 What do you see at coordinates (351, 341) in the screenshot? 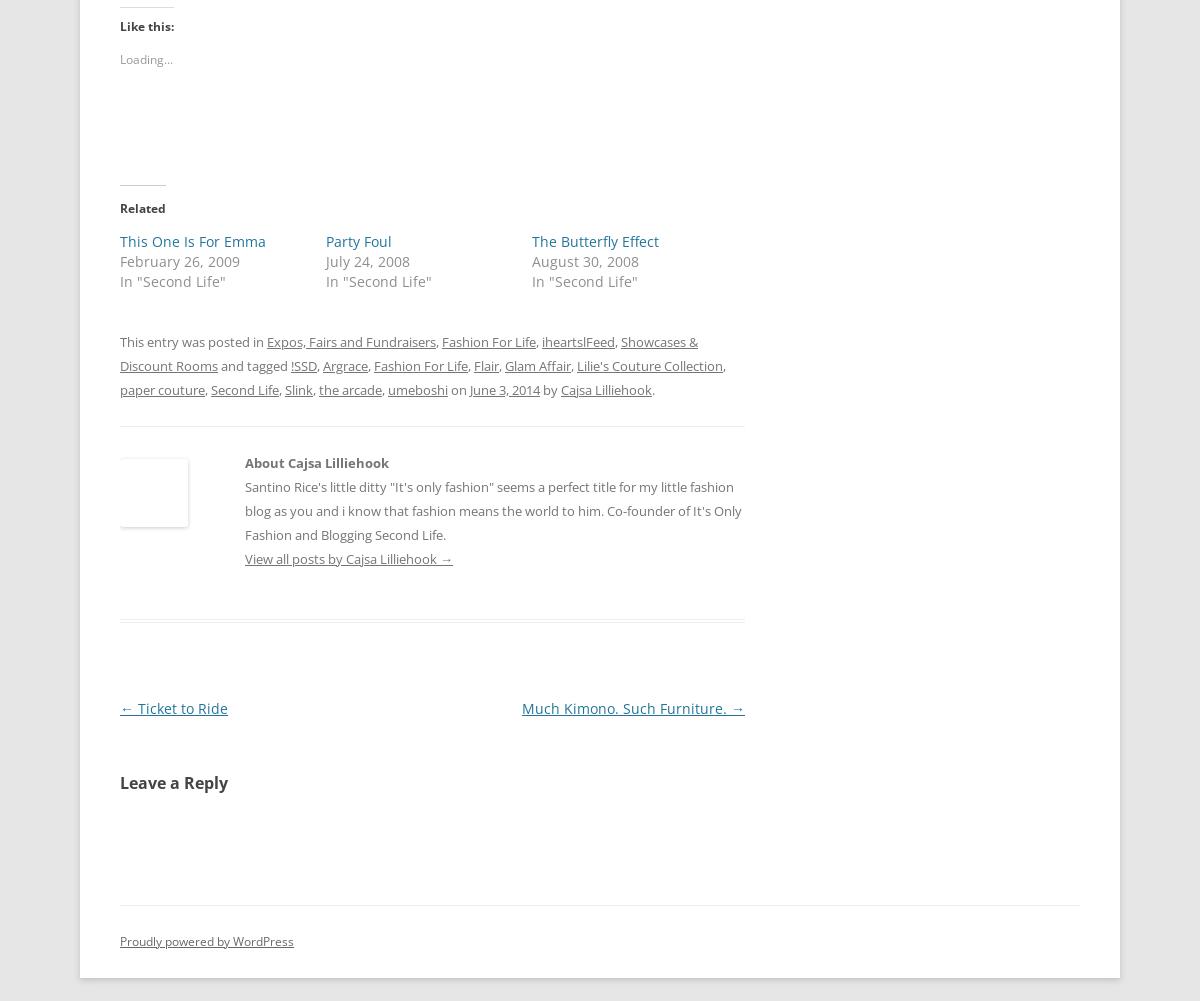
I see `'Expos, Fairs and Fundraisers'` at bounding box center [351, 341].